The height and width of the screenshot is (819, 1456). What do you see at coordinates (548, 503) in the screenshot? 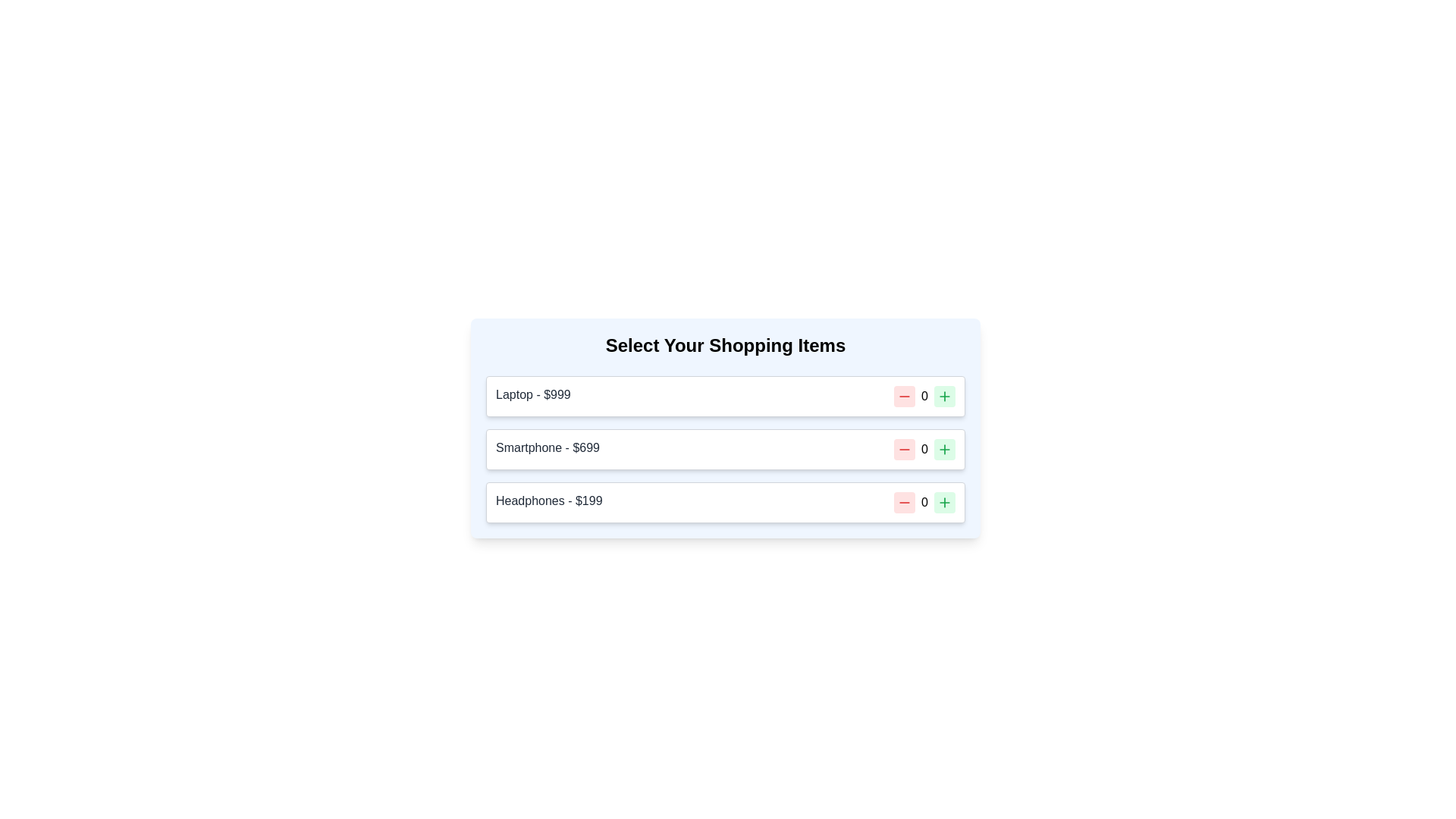
I see `item's name 'Headphones' and its price '$199' from the text label positioned in the third row of the shopping items list` at bounding box center [548, 503].